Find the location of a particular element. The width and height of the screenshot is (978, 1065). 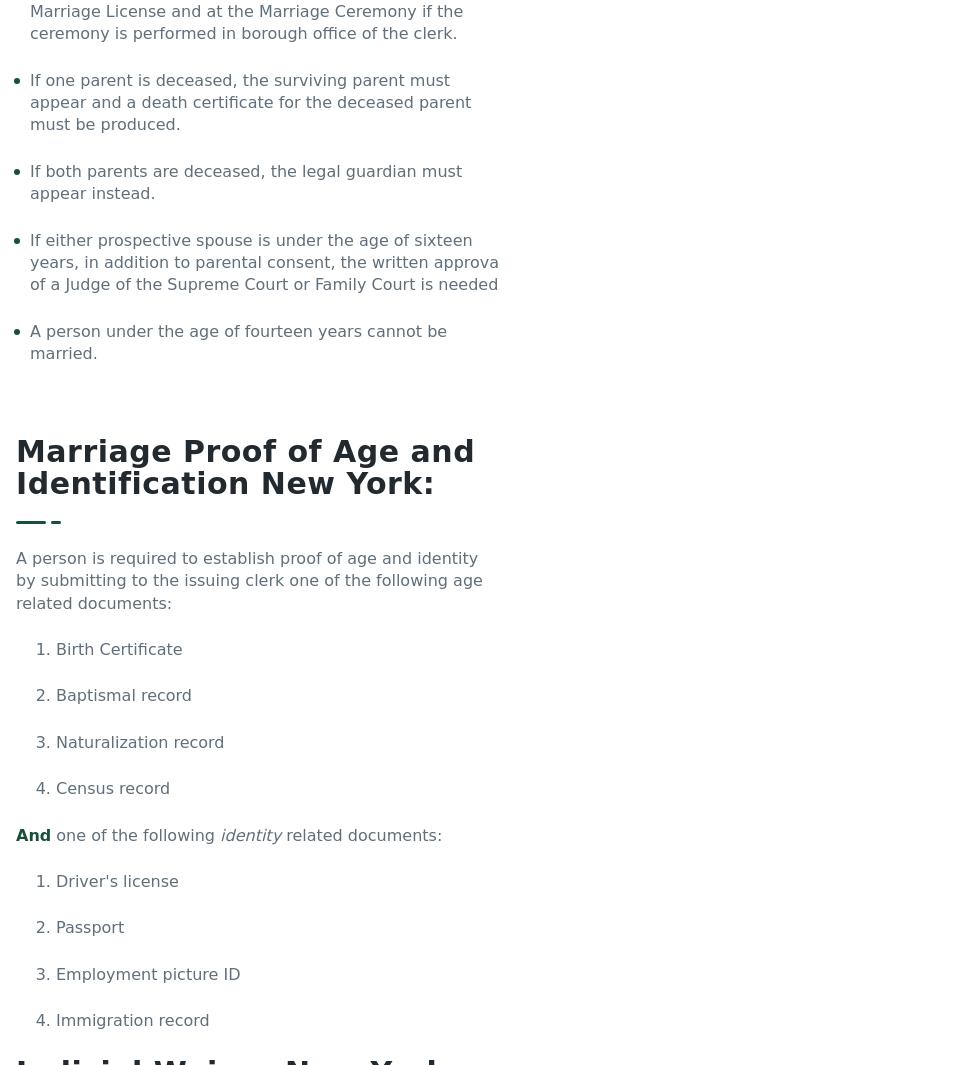

'If both parents are deceased, the legal guardian must appear instead.' is located at coordinates (244, 181).